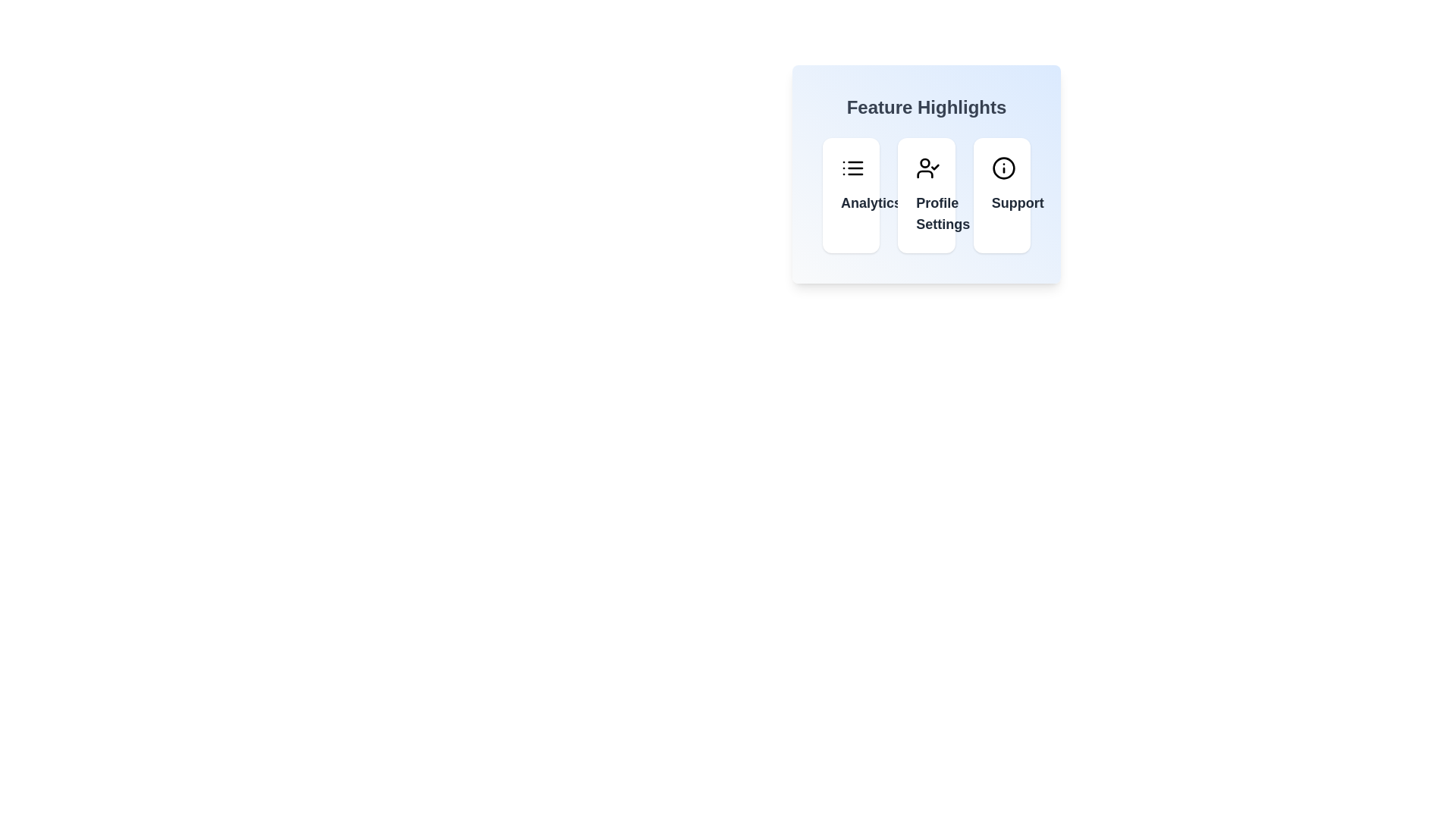 This screenshot has width=1456, height=819. Describe the element at coordinates (926, 107) in the screenshot. I see `the section header text that titles the content below it, which is centrally positioned above the 'Analytics', 'Profile Settings', and 'Support' content areas` at that location.